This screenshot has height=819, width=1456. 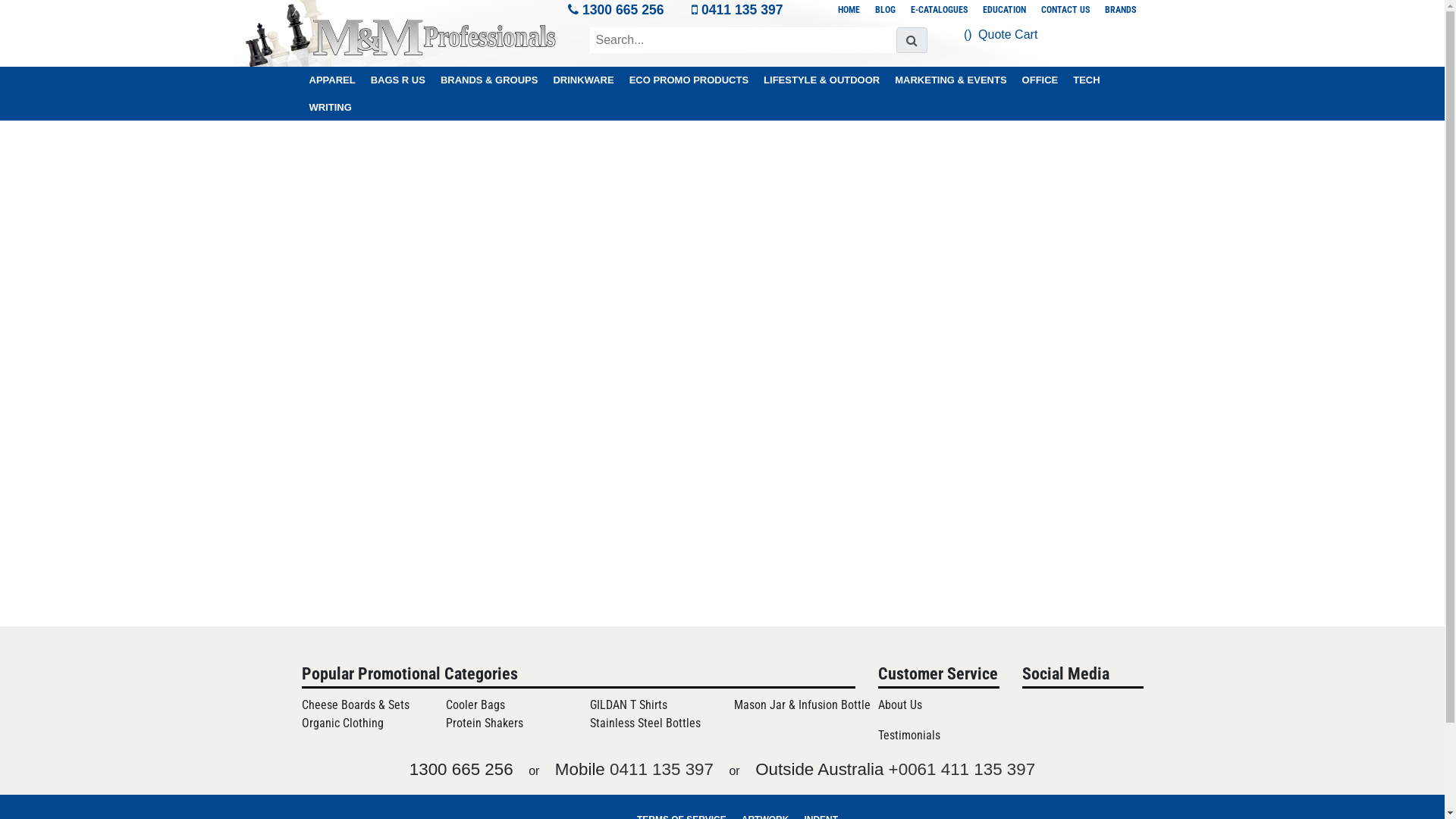 I want to click on 'LIFESTYLE & OUTDOOR', so click(x=821, y=80).